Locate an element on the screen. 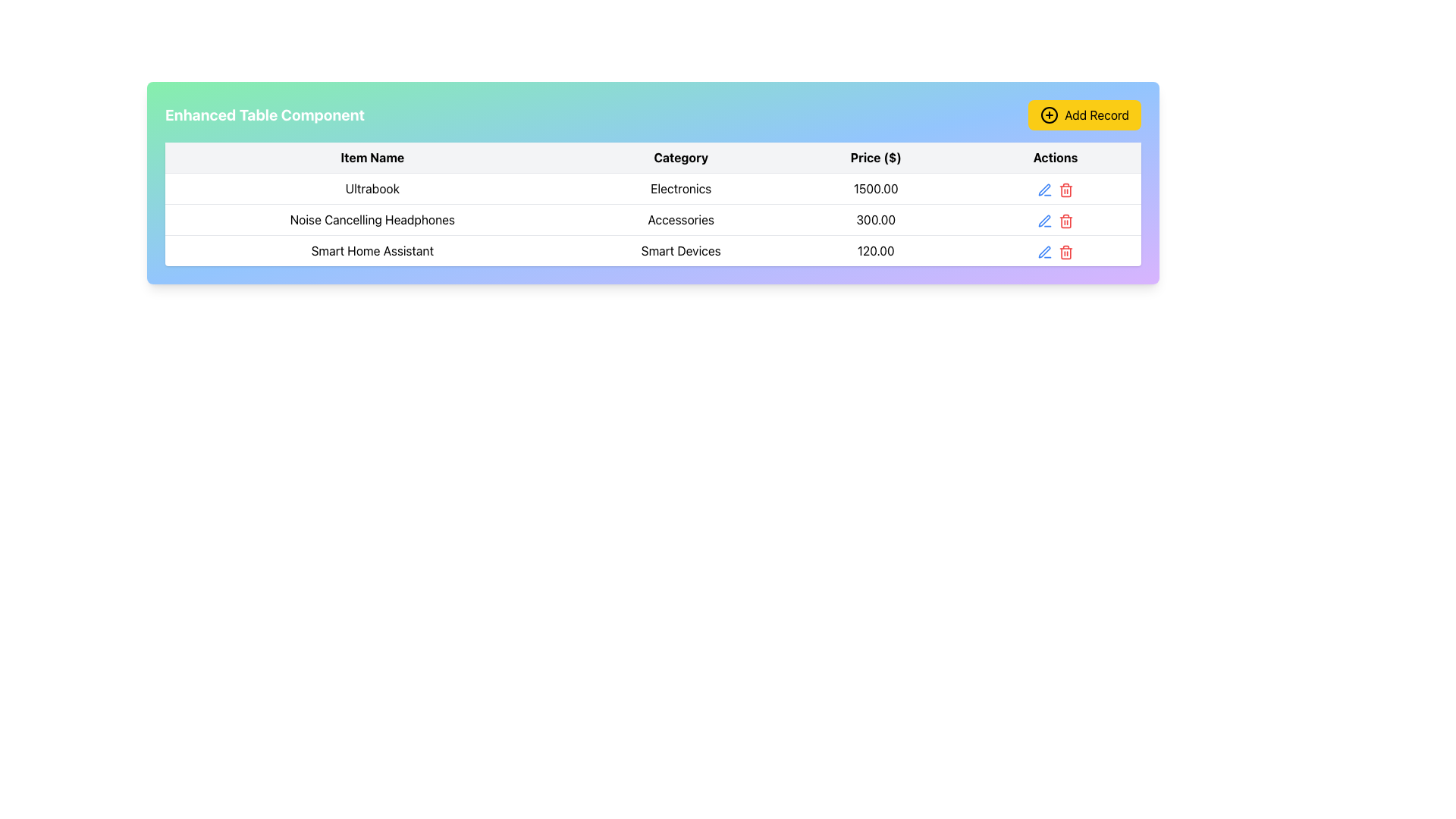 The image size is (1456, 819). the Action icon (Pen icon) in the Actions column of the third row is located at coordinates (1043, 251).